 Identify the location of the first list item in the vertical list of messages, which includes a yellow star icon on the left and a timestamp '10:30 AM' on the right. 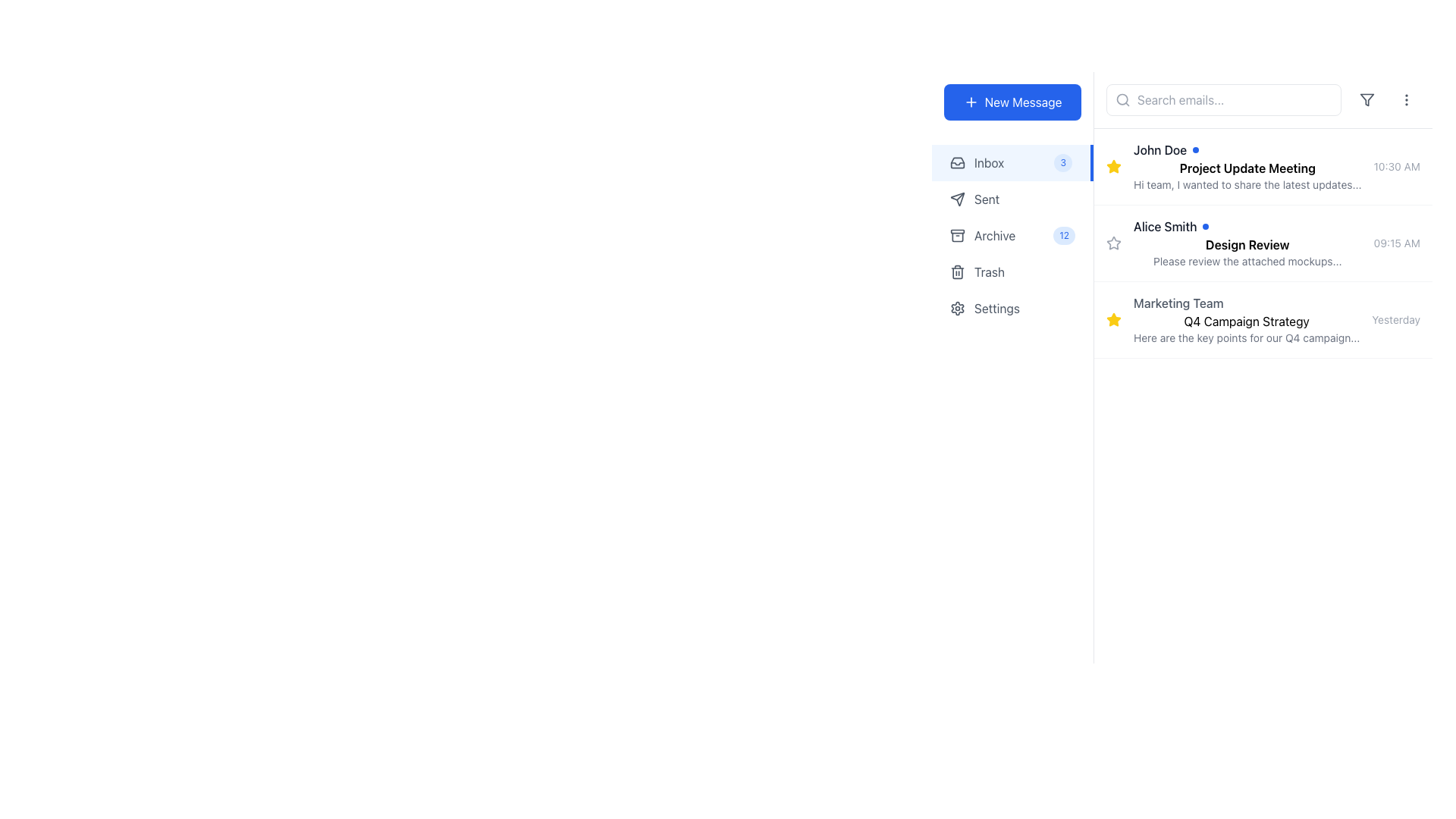
(1247, 166).